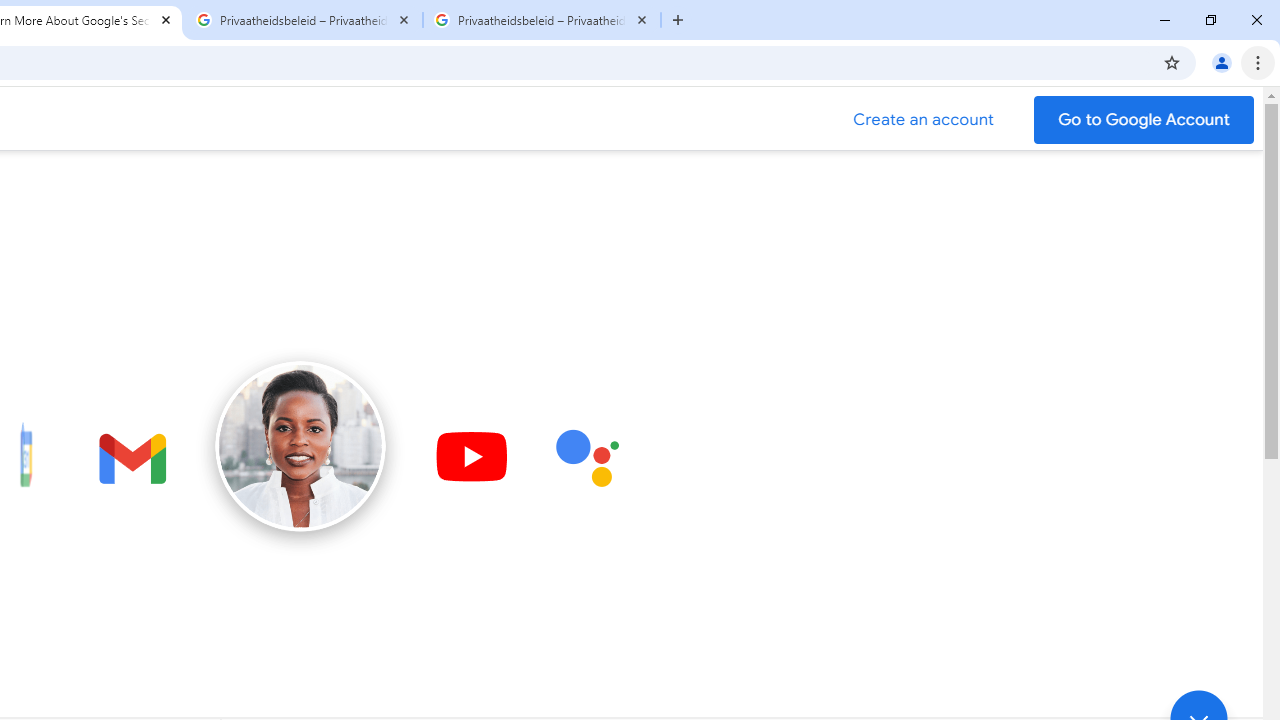  I want to click on 'Bookmark this tab', so click(1171, 61).